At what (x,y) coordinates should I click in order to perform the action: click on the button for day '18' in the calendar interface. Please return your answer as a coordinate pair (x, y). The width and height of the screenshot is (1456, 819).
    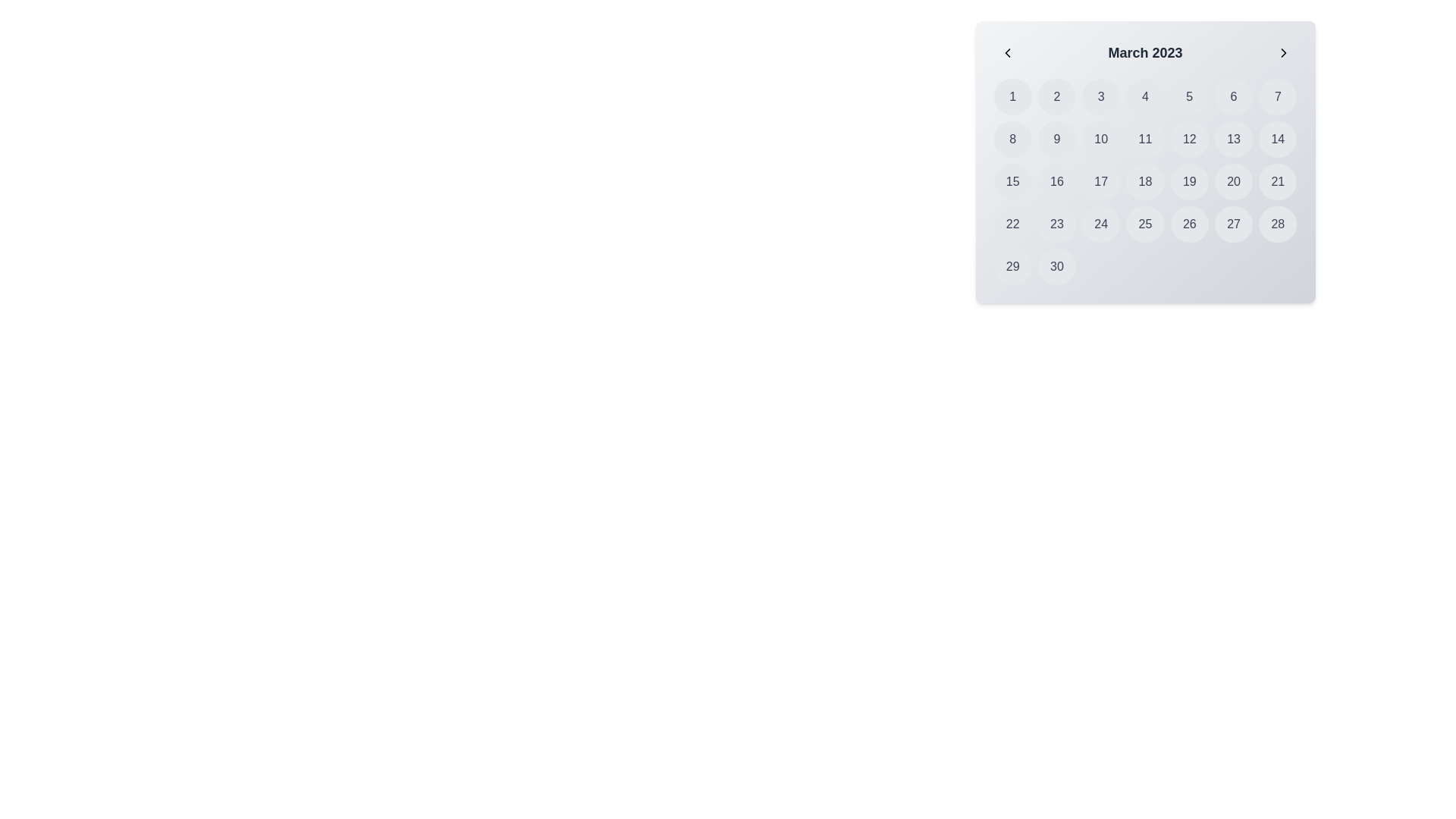
    Looking at the image, I should click on (1145, 180).